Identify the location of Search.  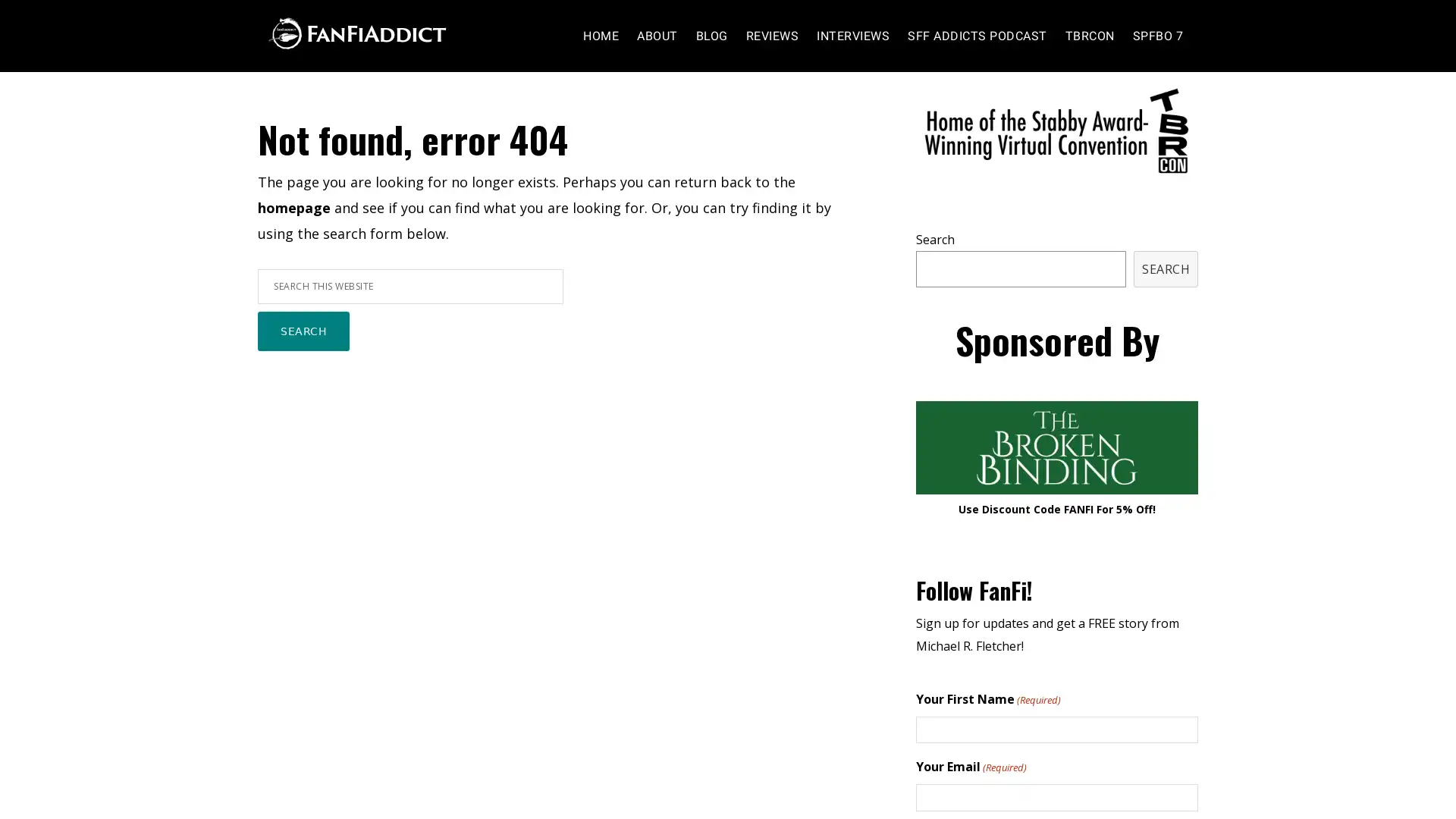
(303, 362).